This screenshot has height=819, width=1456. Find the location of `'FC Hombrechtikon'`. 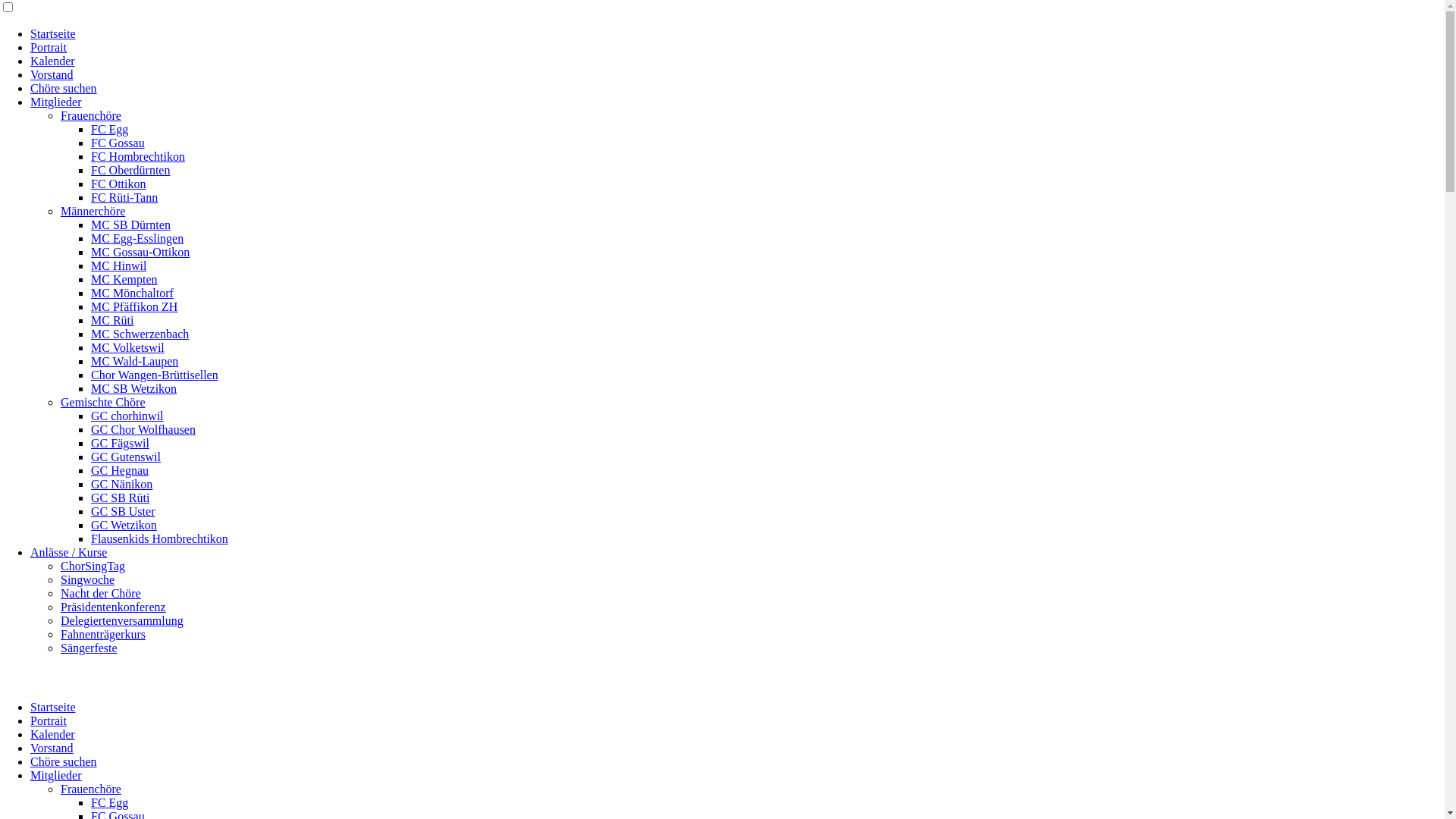

'FC Hombrechtikon' is located at coordinates (138, 156).